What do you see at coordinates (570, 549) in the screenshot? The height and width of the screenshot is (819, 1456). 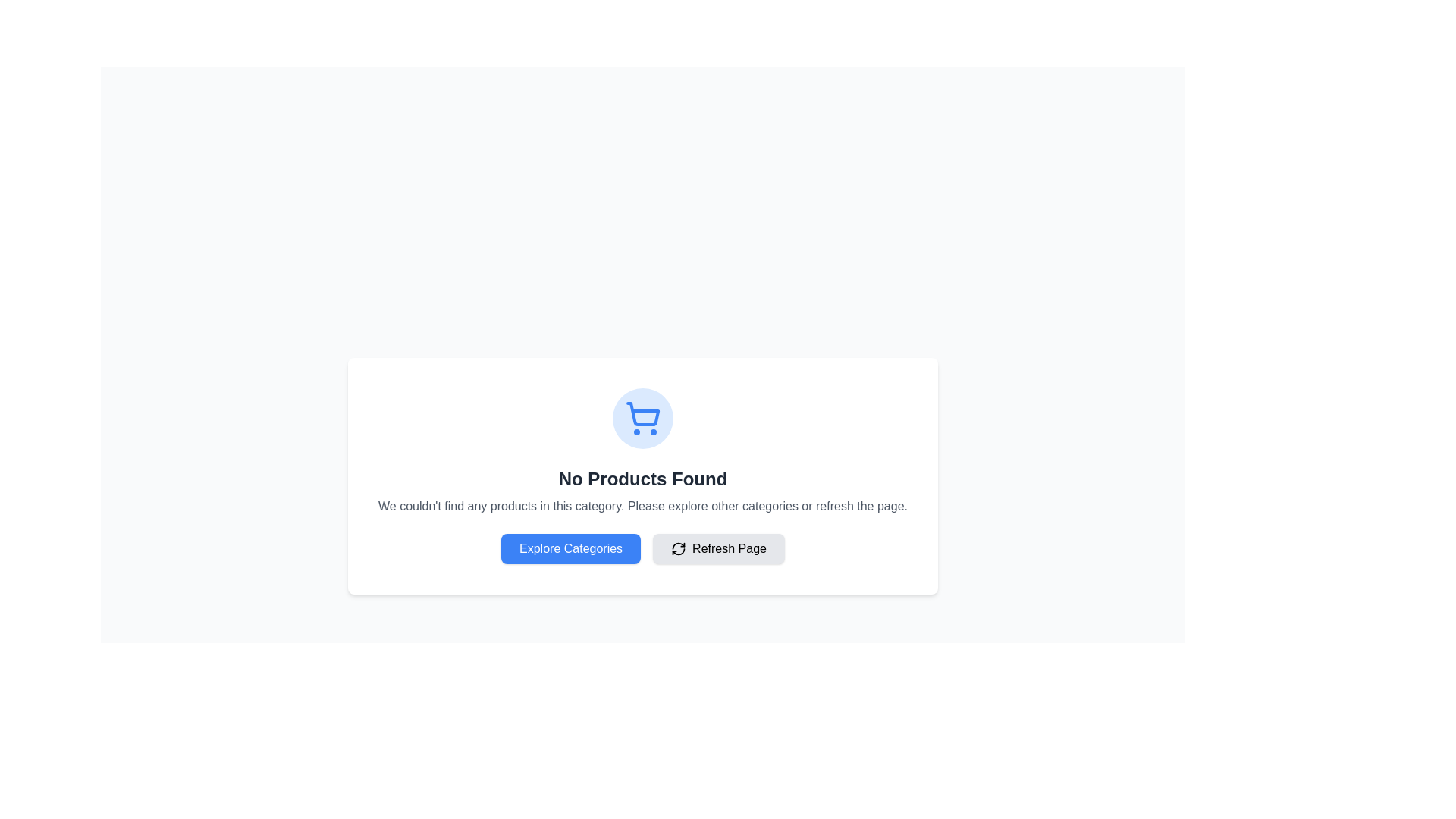 I see `the button labeled 'Explore Categories' to observe the hover effect that changes its background color to a darker shade of blue` at bounding box center [570, 549].